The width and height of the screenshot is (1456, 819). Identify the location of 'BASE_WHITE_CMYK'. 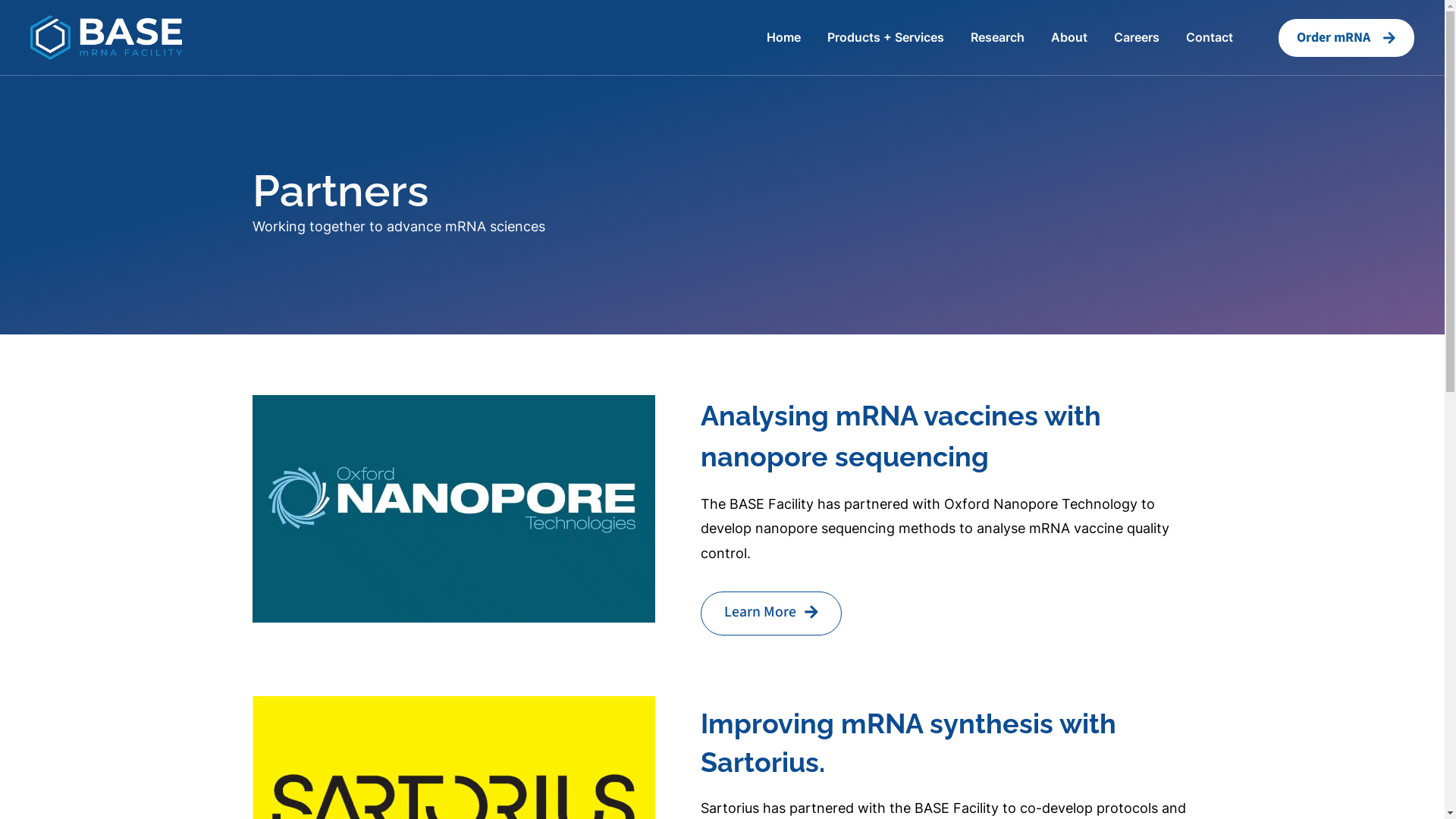
(105, 35).